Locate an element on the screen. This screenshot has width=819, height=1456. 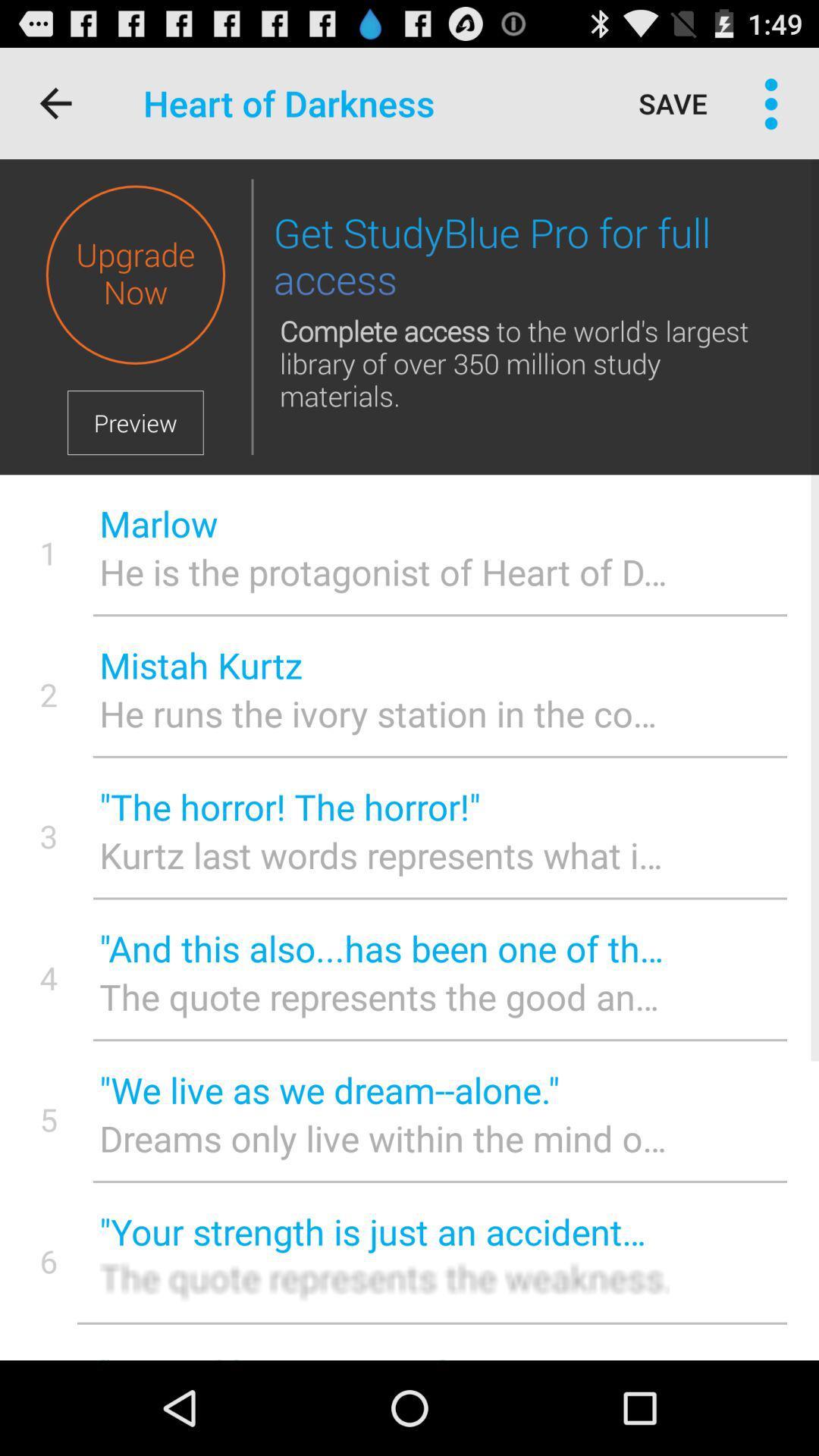
the icon to the left of the we live as item is located at coordinates (48, 1119).